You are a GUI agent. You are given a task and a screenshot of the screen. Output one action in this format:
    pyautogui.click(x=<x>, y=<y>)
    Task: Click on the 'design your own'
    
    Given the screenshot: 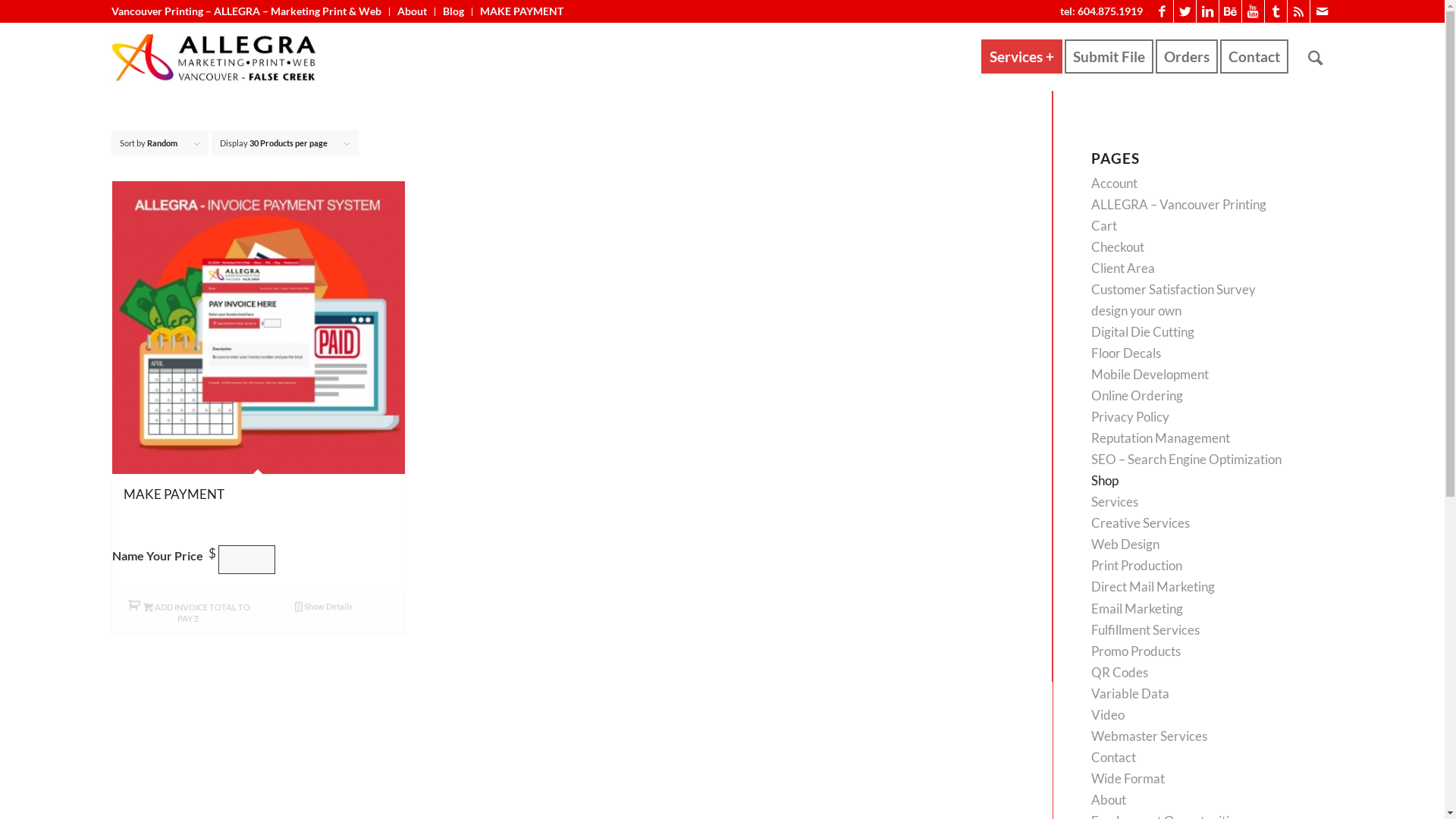 What is the action you would take?
    pyautogui.click(x=1136, y=309)
    